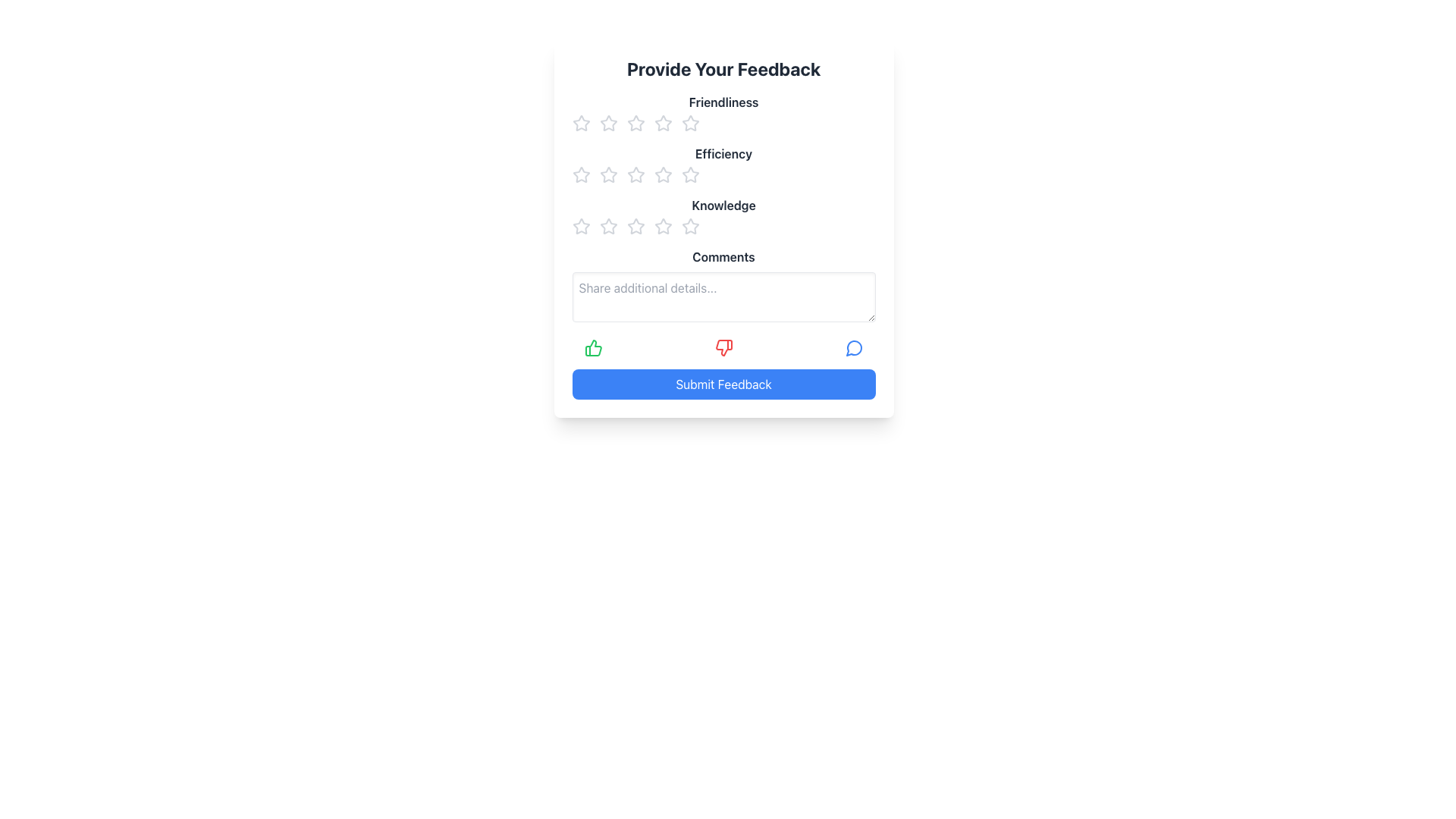 Image resolution: width=1456 pixels, height=819 pixels. Describe the element at coordinates (592, 348) in the screenshot. I see `the Thumbs-Up icon to indicate positive feedback in the user feedback form interface` at that location.